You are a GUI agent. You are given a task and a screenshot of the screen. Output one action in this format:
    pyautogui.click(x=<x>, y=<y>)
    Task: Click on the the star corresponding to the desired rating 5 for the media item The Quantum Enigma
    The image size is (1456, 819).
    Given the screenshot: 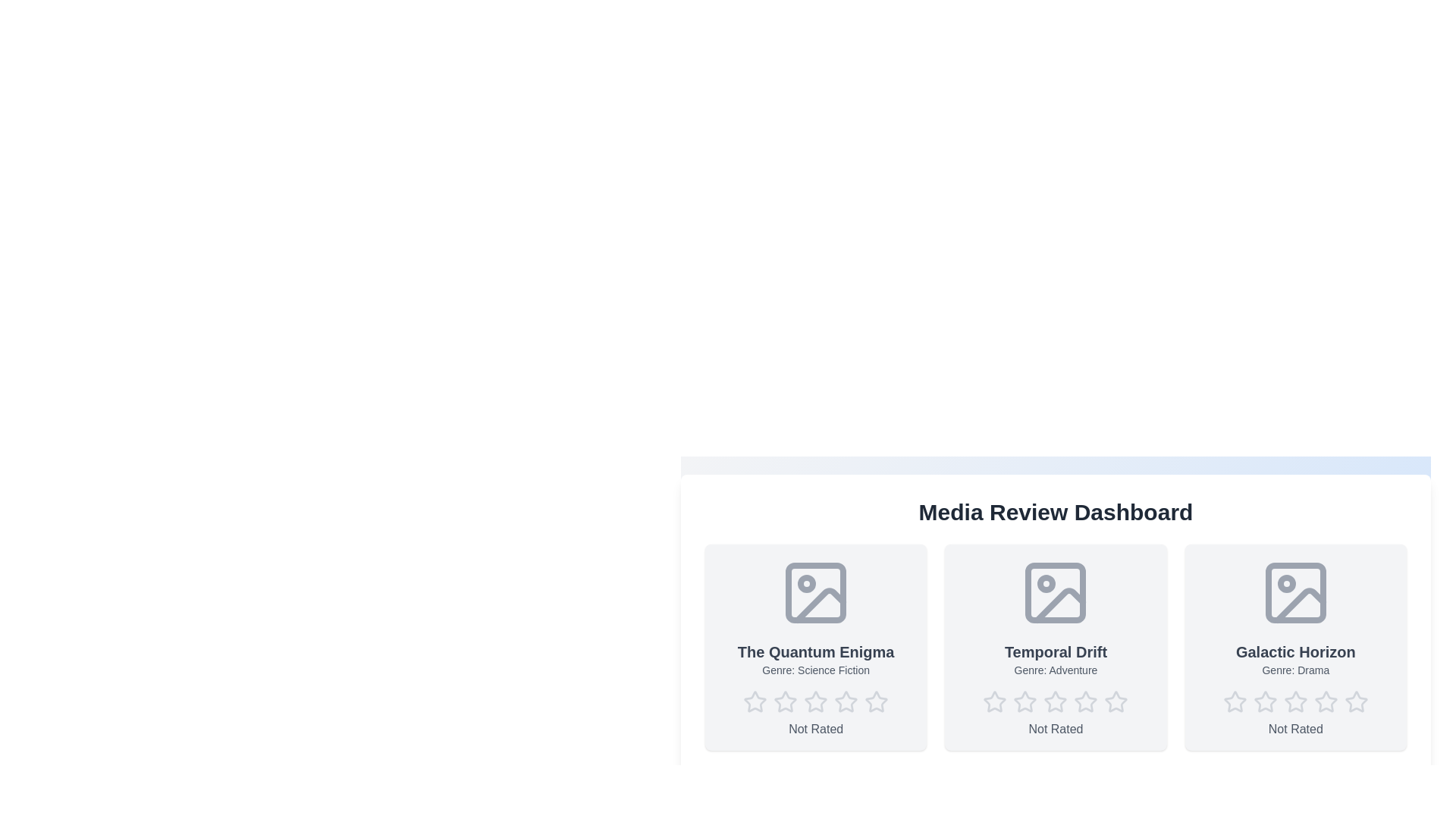 What is the action you would take?
    pyautogui.click(x=877, y=701)
    